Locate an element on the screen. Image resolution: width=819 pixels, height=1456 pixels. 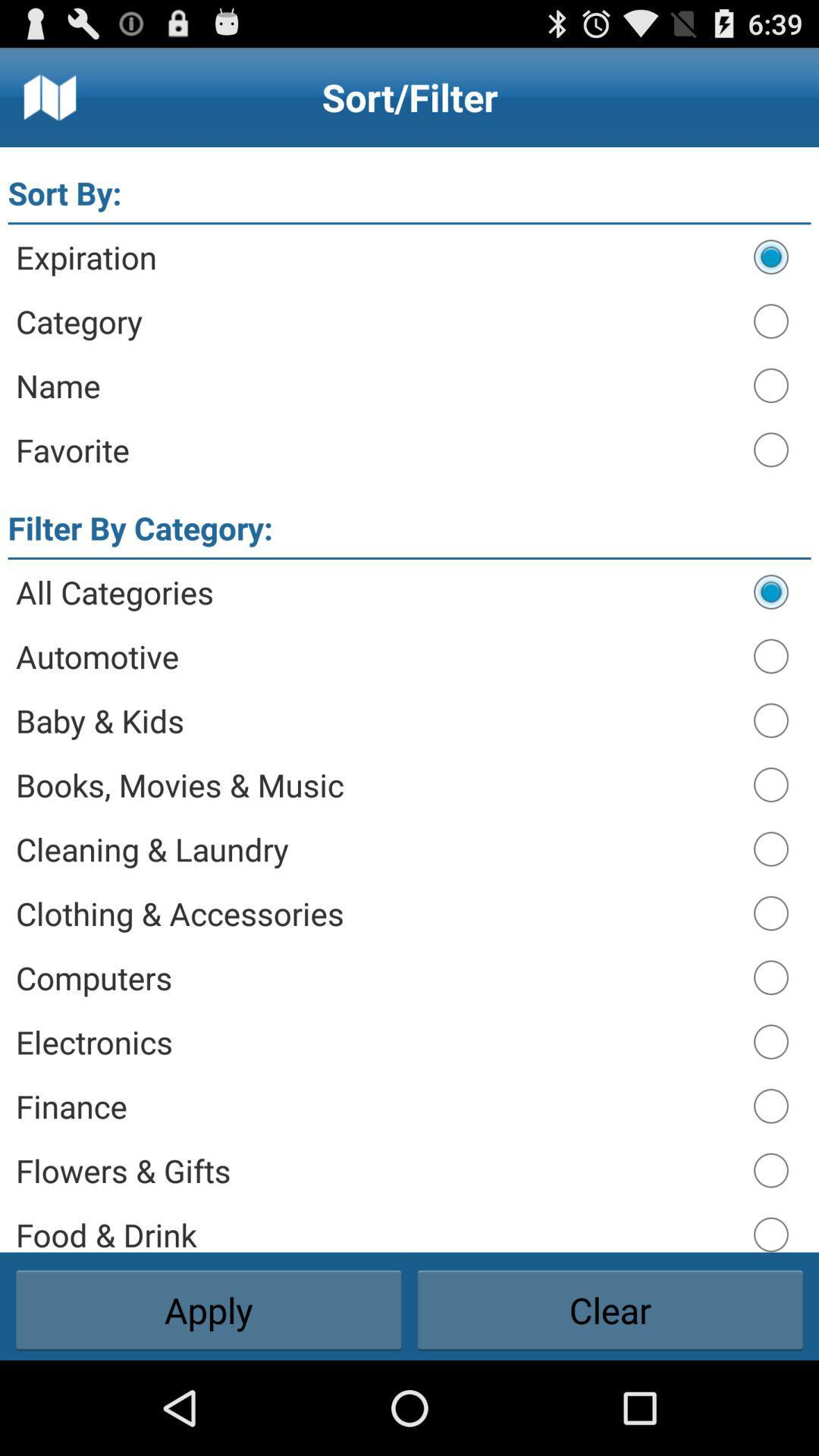
the baby & kids app is located at coordinates (376, 720).